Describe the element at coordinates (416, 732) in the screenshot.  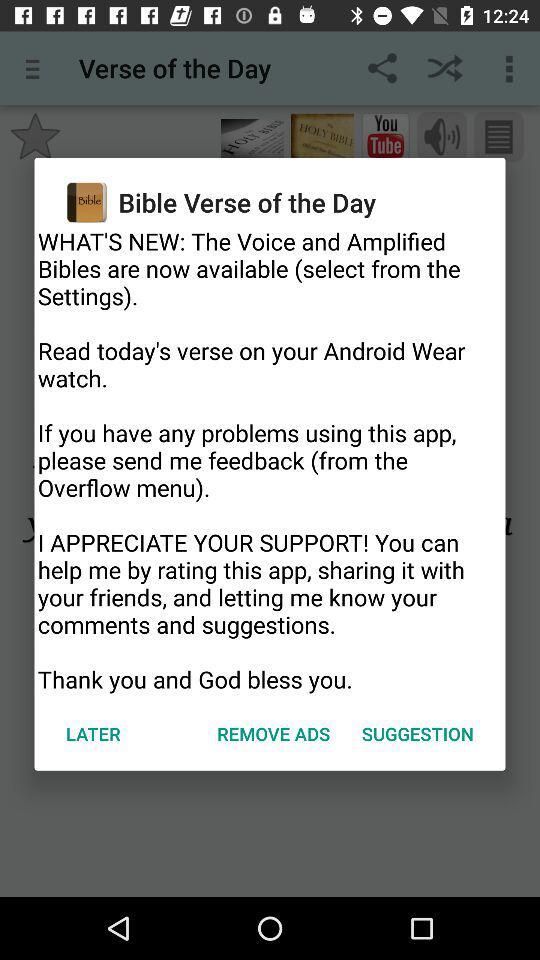
I see `the suggestion` at that location.